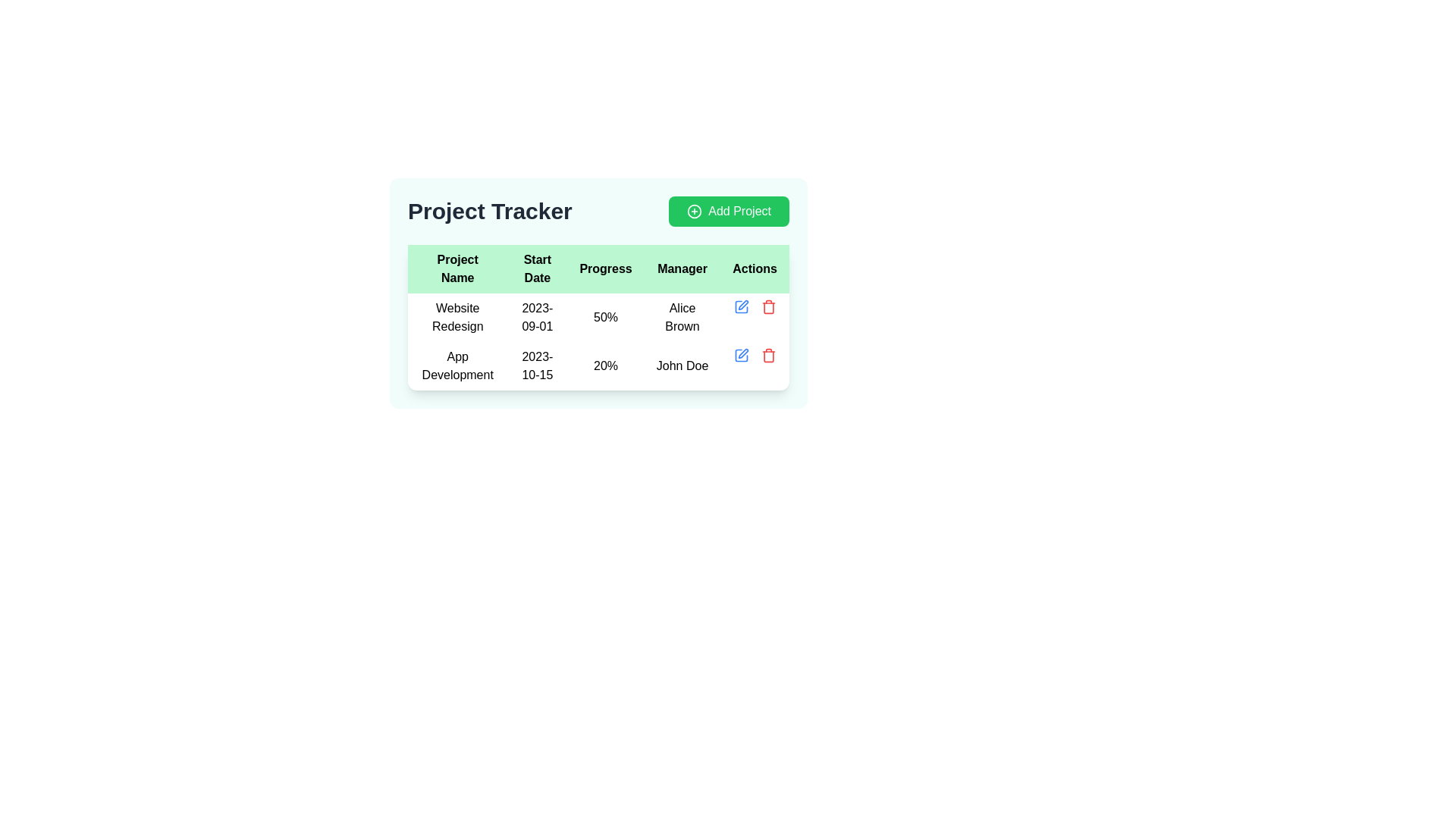 The width and height of the screenshot is (1456, 819). What do you see at coordinates (682, 268) in the screenshot?
I see `the centered text label reading 'Manager' in bold font against a light green background, which is the fourth item in the table header, located between 'Progress' and 'Actions'` at bounding box center [682, 268].